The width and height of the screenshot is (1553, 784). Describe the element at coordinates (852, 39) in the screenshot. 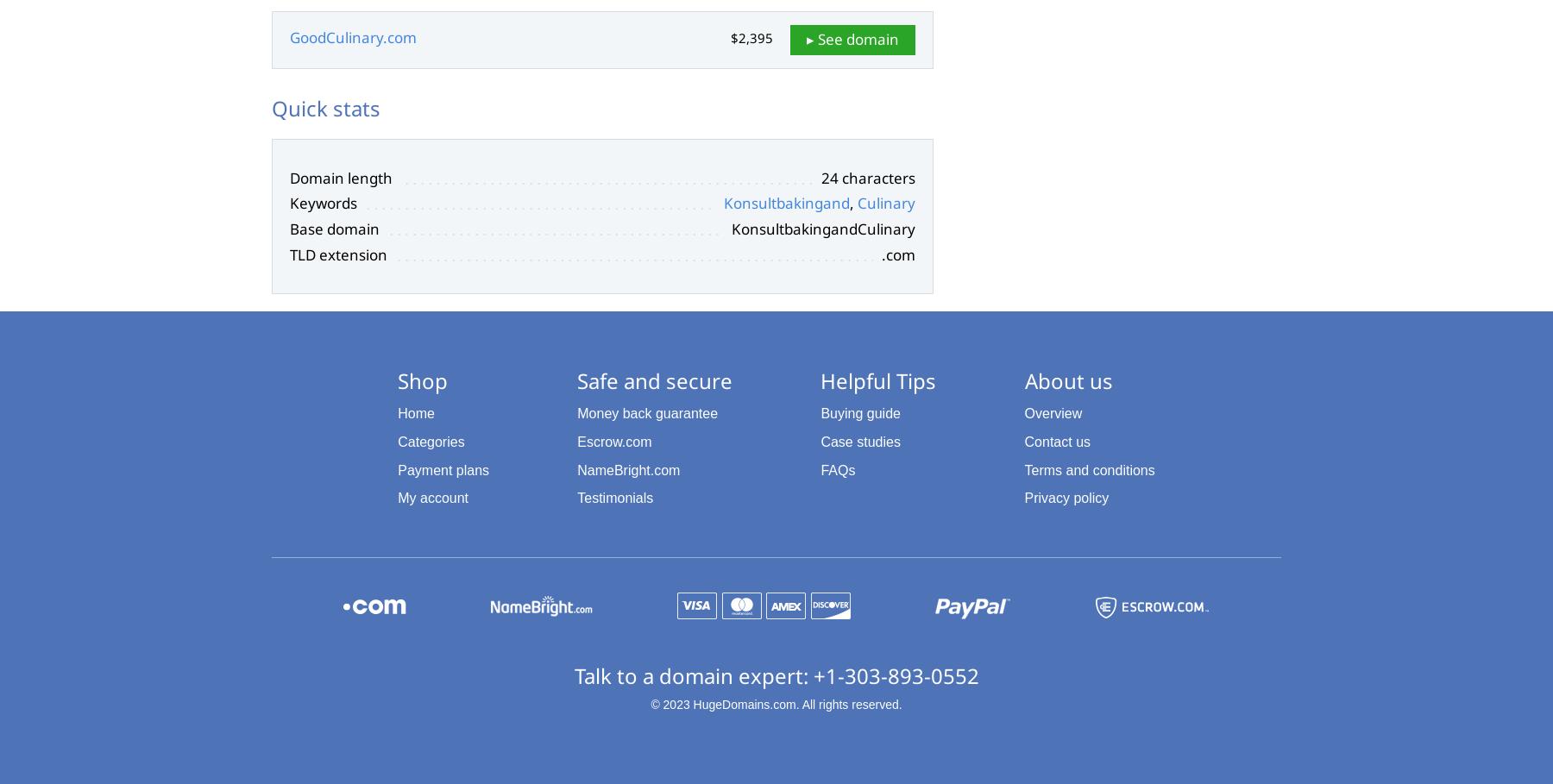

I see `'▸ See domain'` at that location.